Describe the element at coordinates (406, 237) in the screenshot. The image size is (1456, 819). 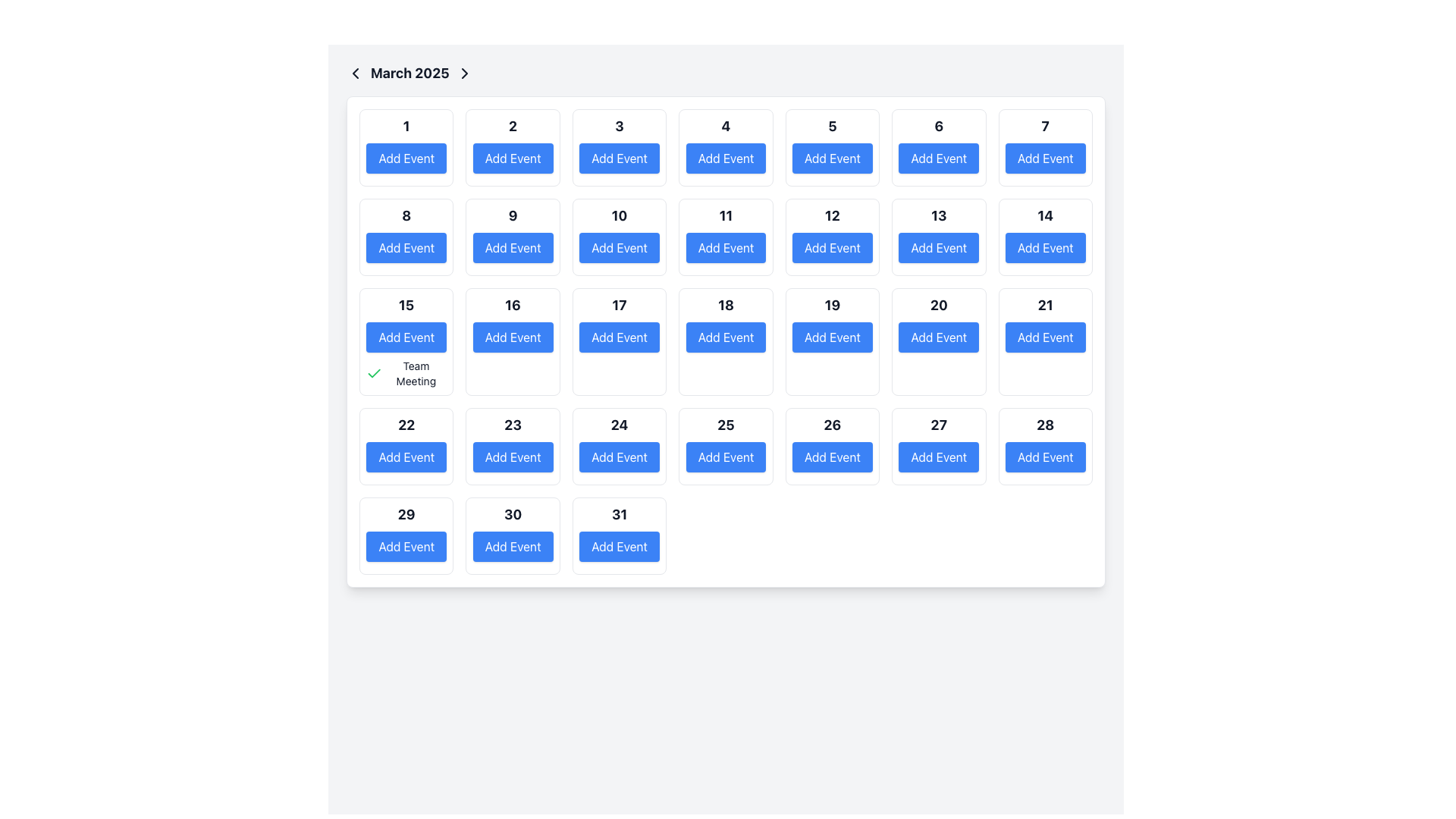
I see `the 'Add Event' button located in the calendar grid for the 8th day` at that location.